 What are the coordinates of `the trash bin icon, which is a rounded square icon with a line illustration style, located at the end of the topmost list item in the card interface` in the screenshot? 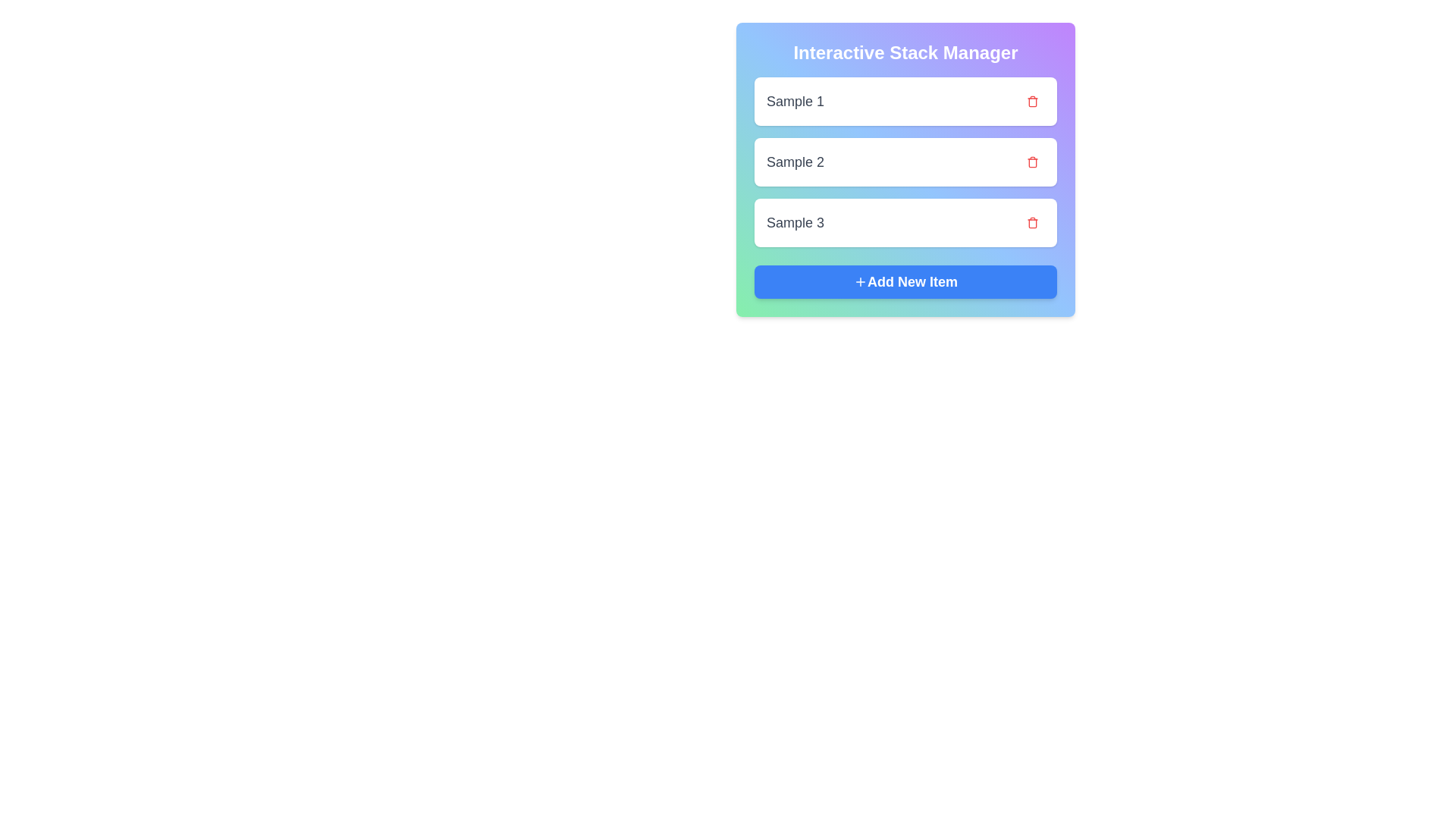 It's located at (1032, 102).